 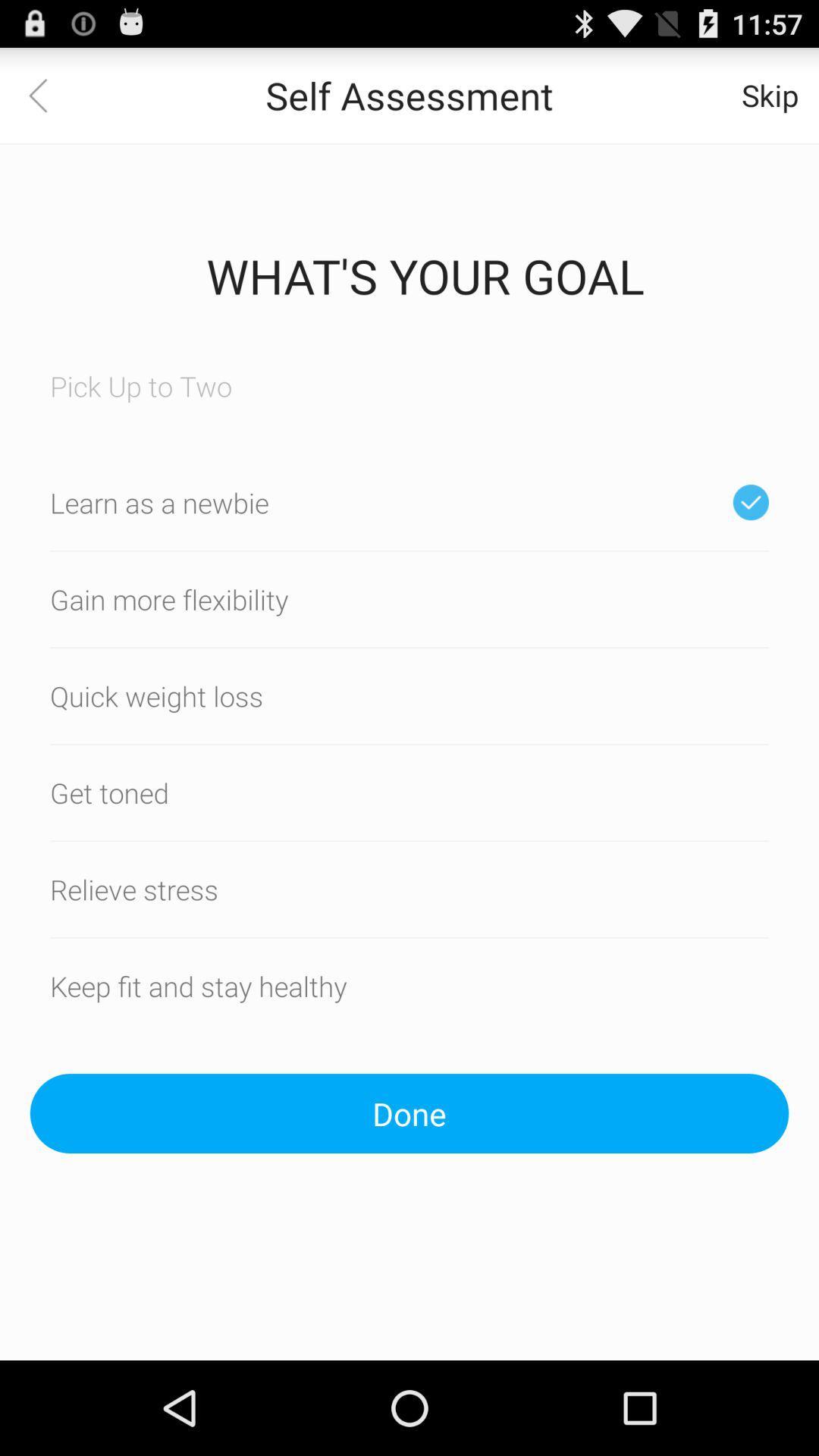 I want to click on icon at the top left corner, so click(x=46, y=94).